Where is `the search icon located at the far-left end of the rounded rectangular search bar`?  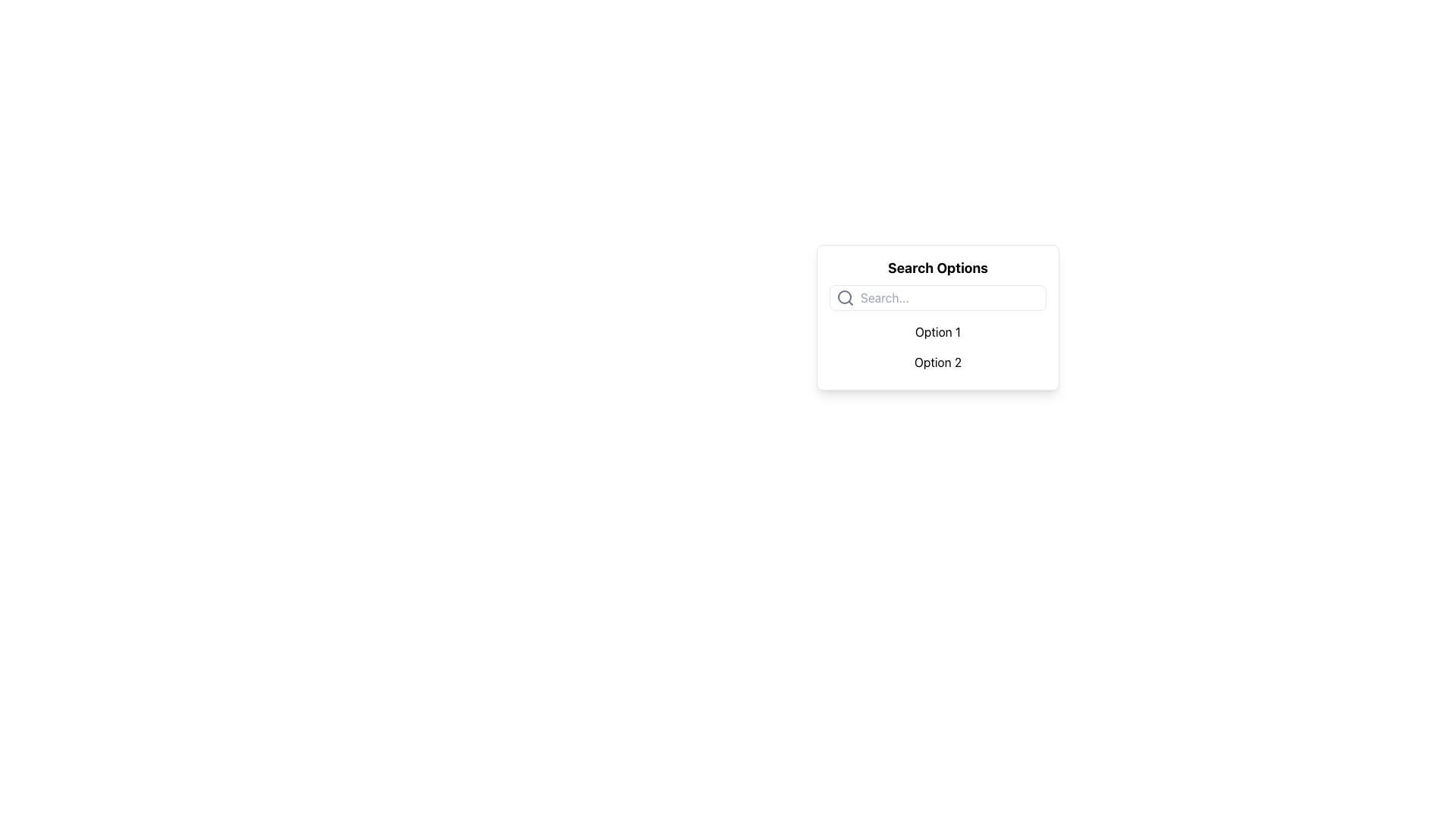 the search icon located at the far-left end of the rounded rectangular search bar is located at coordinates (844, 298).